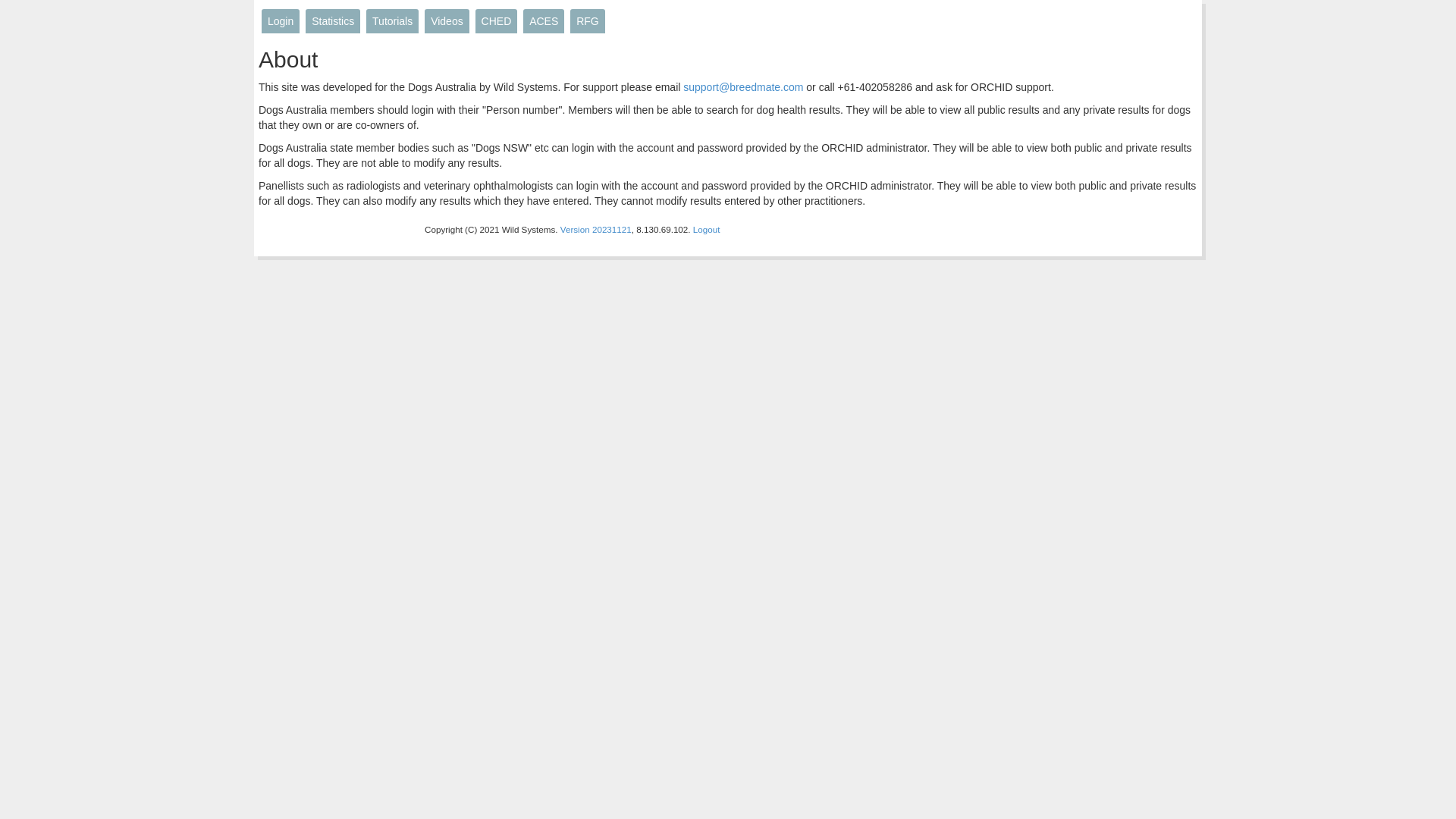 Image resolution: width=1456 pixels, height=819 pixels. Describe the element at coordinates (586, 20) in the screenshot. I see `'RFG'` at that location.